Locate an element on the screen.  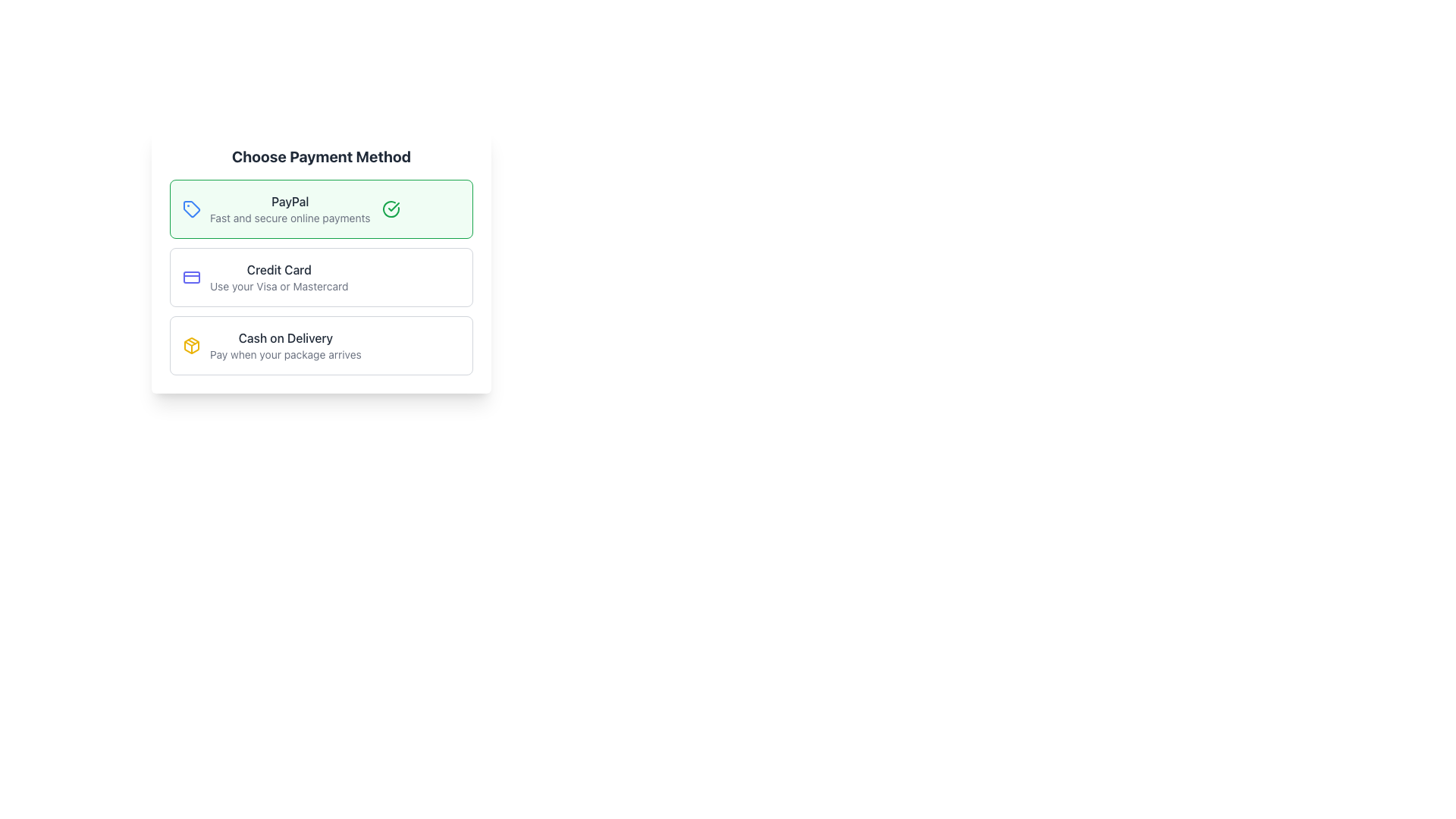
text description indicating the 'Cash on Delivery' payment option located under the heading 'Choose Payment Method', which is the third option in the selection list and has a yellow icon on its left is located at coordinates (285, 345).